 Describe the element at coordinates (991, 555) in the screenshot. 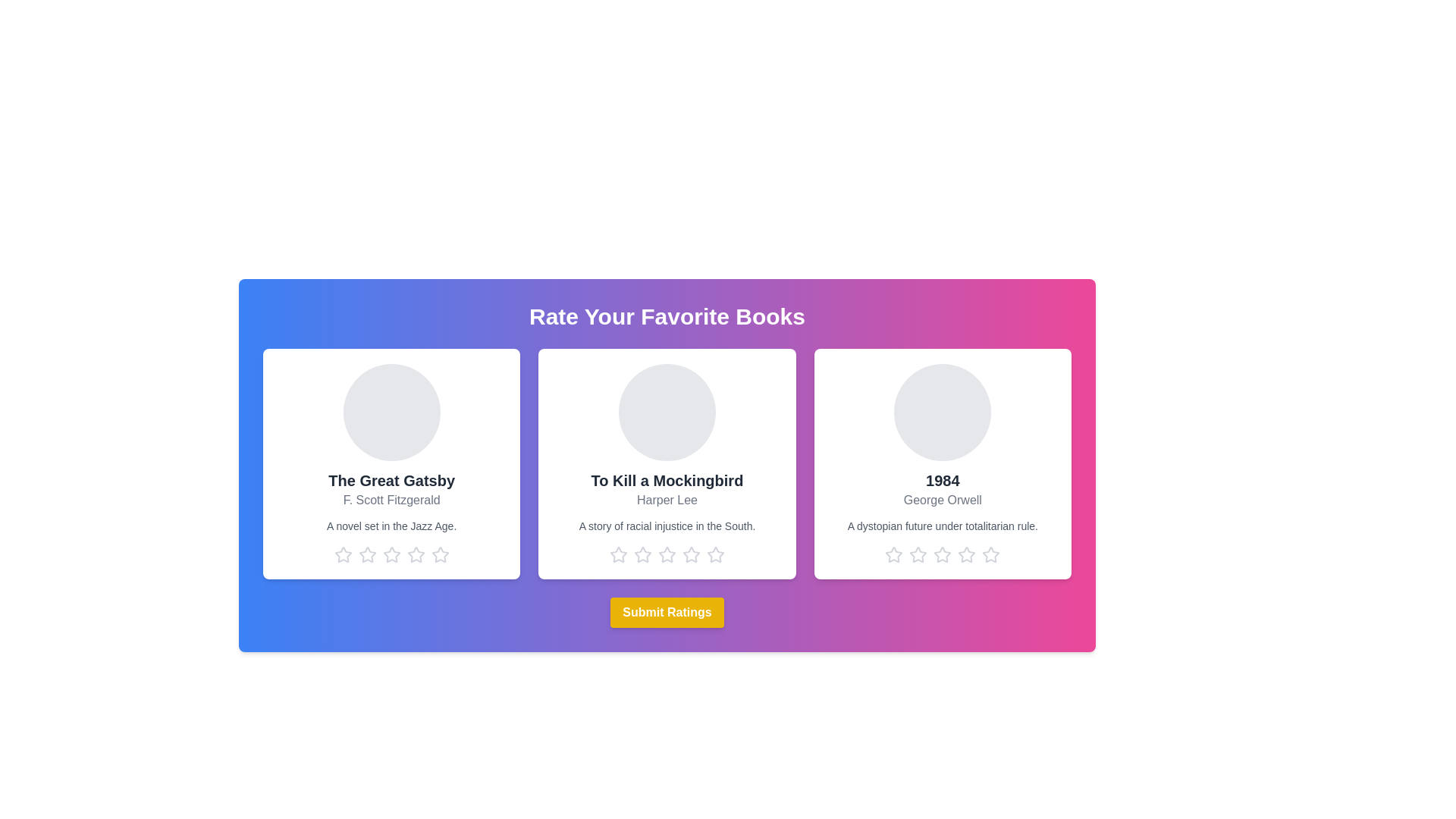

I see `the star corresponding to 5 stars for the book titled 1984` at that location.